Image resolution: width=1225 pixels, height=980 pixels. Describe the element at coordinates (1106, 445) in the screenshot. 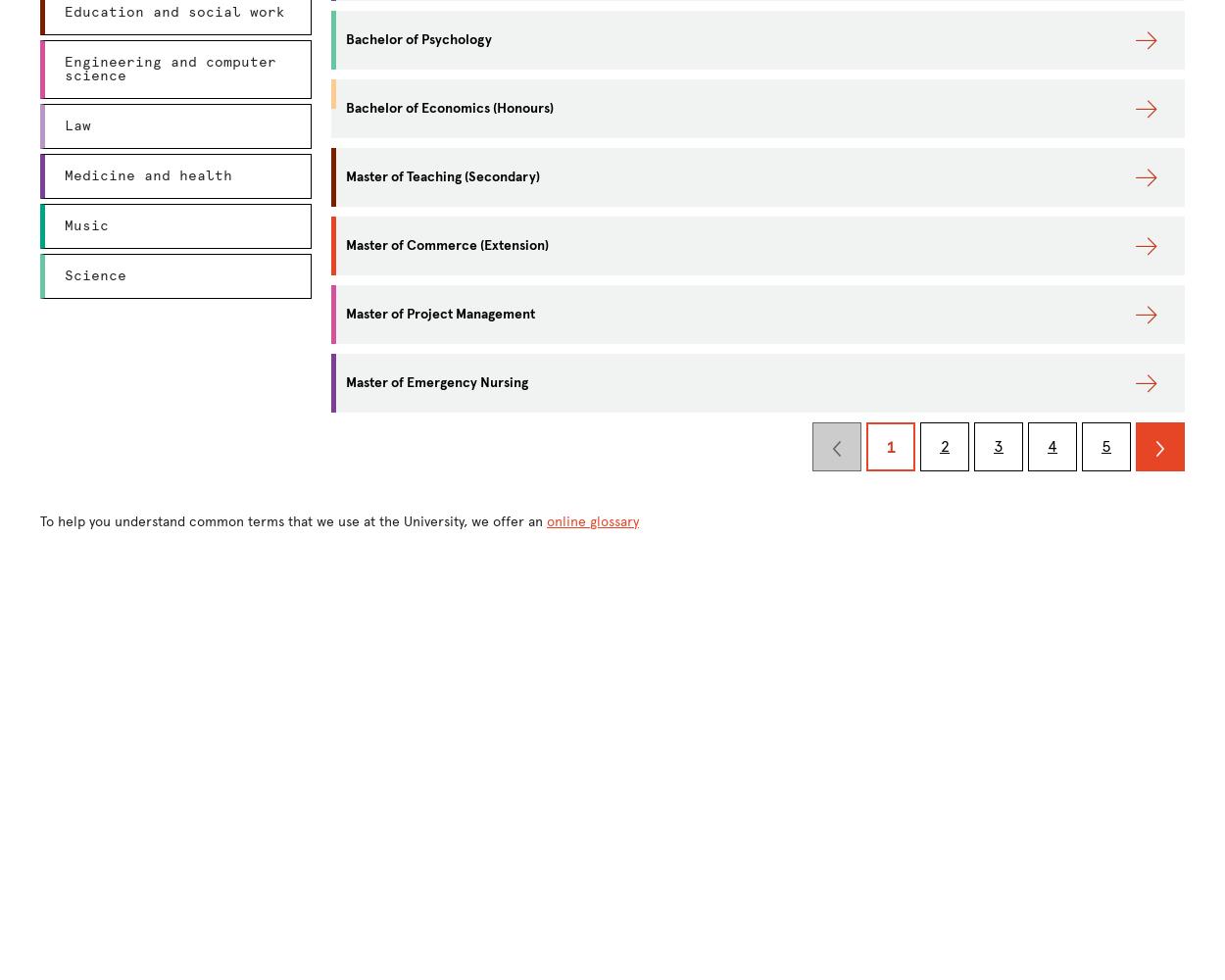

I see `'5'` at that location.